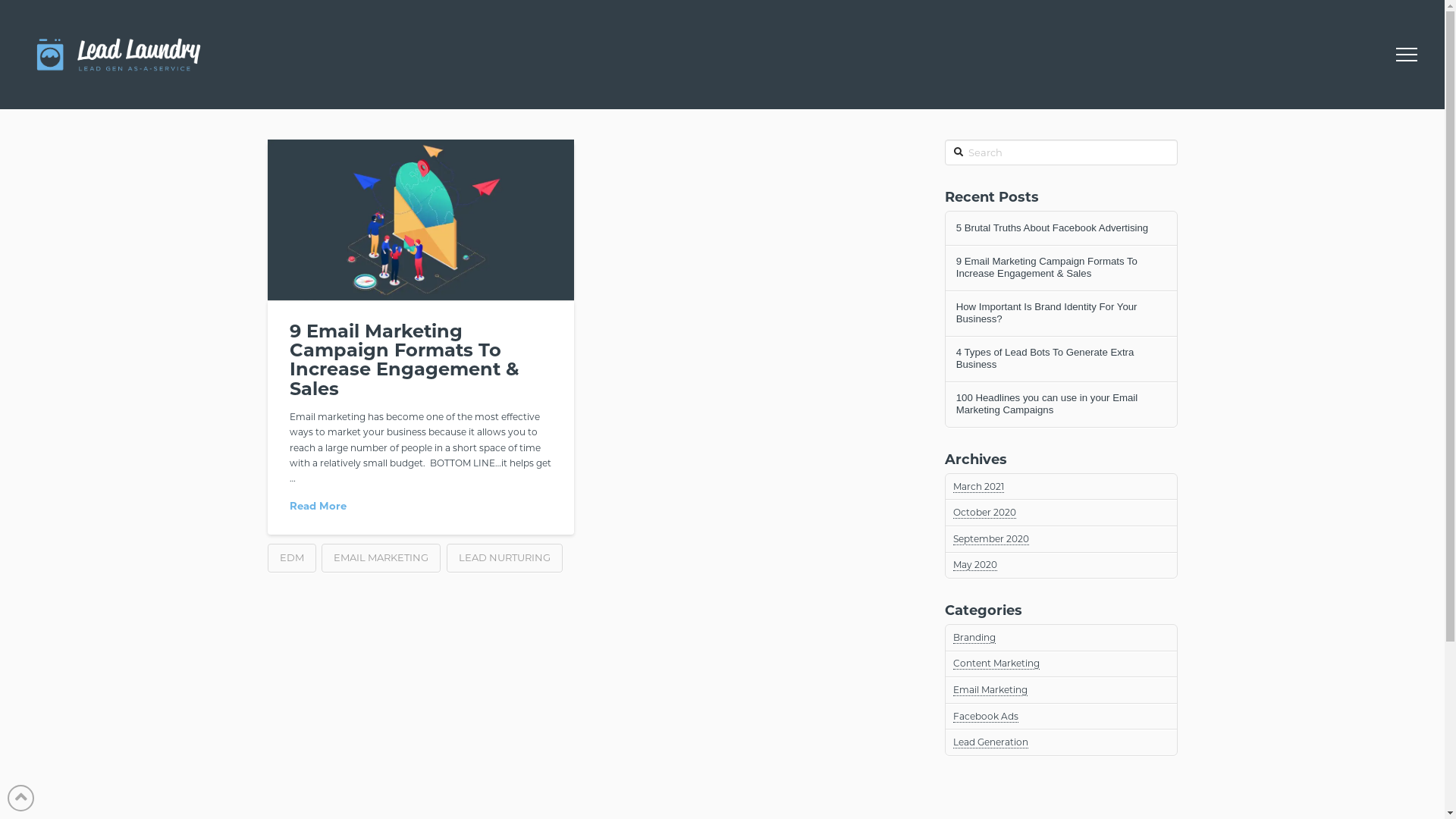 The width and height of the screenshot is (1456, 819). Describe the element at coordinates (952, 663) in the screenshot. I see `'Content Marketing'` at that location.